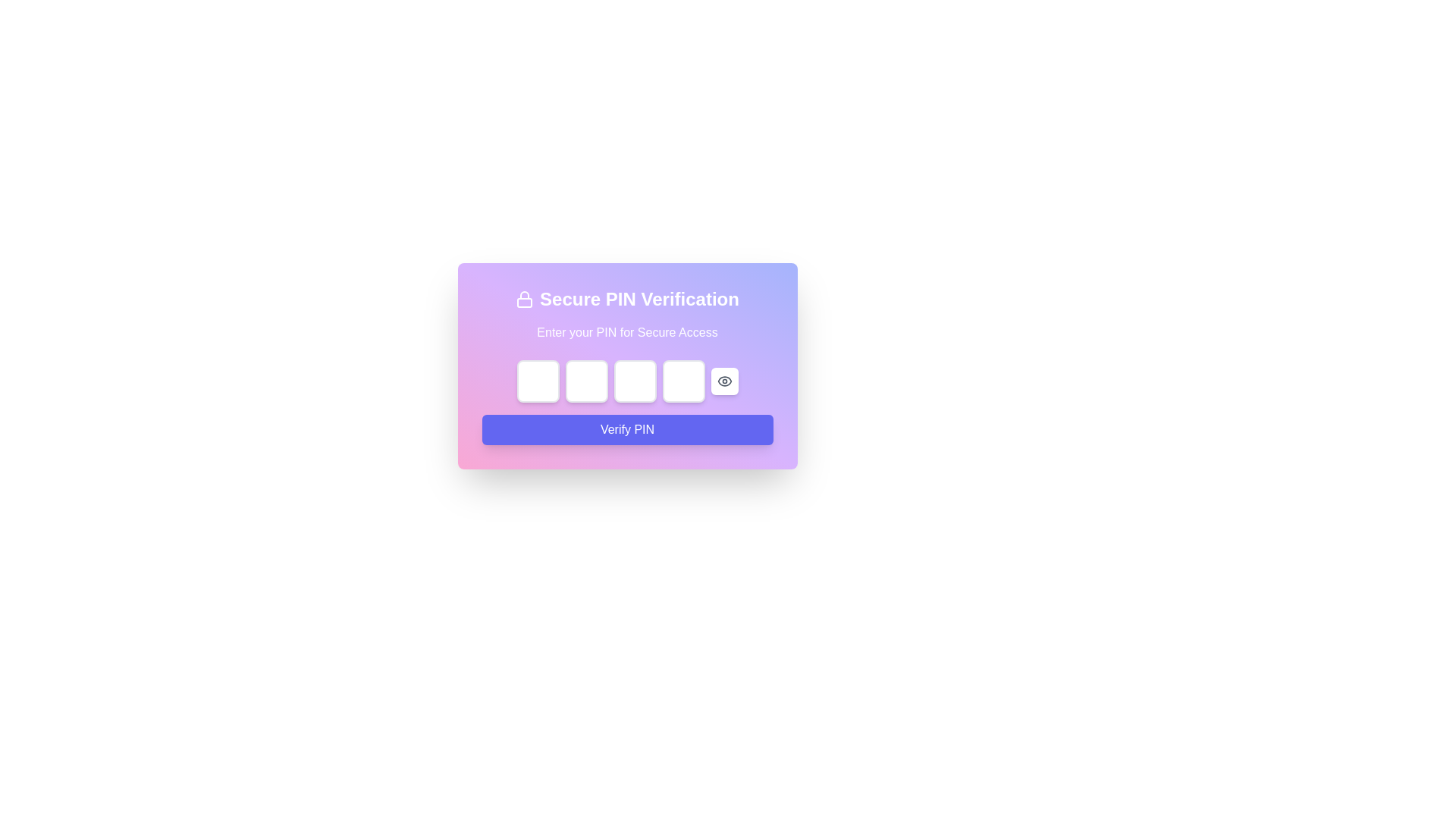  I want to click on the third input box in the sequence of PIN entry boxes to focus and type a digit, so click(635, 380).